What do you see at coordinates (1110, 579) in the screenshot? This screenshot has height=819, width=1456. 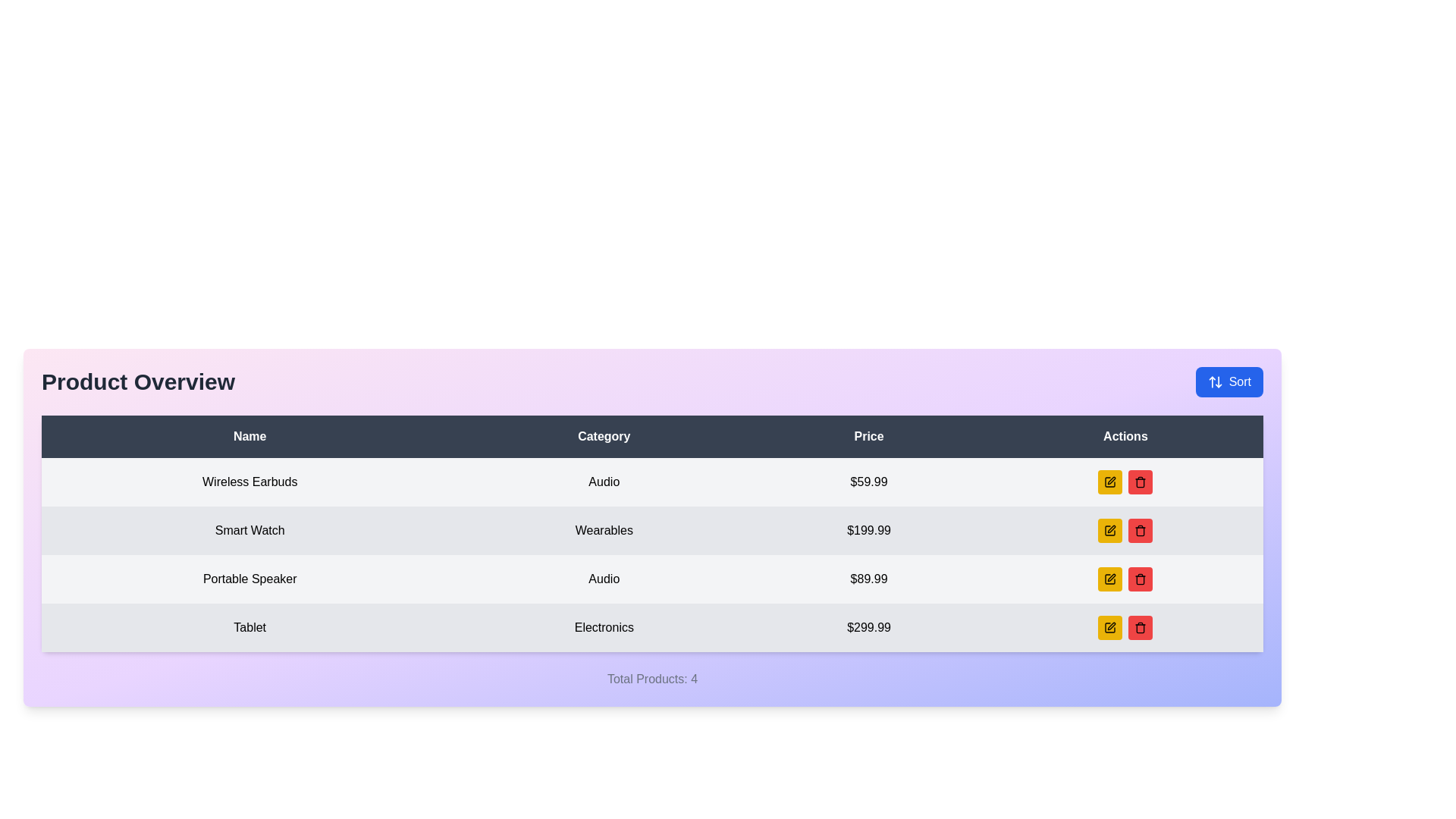 I see `the edit action icon located in the 'Actions' column of the third row, which corresponds to 'Portable Speaker'` at bounding box center [1110, 579].